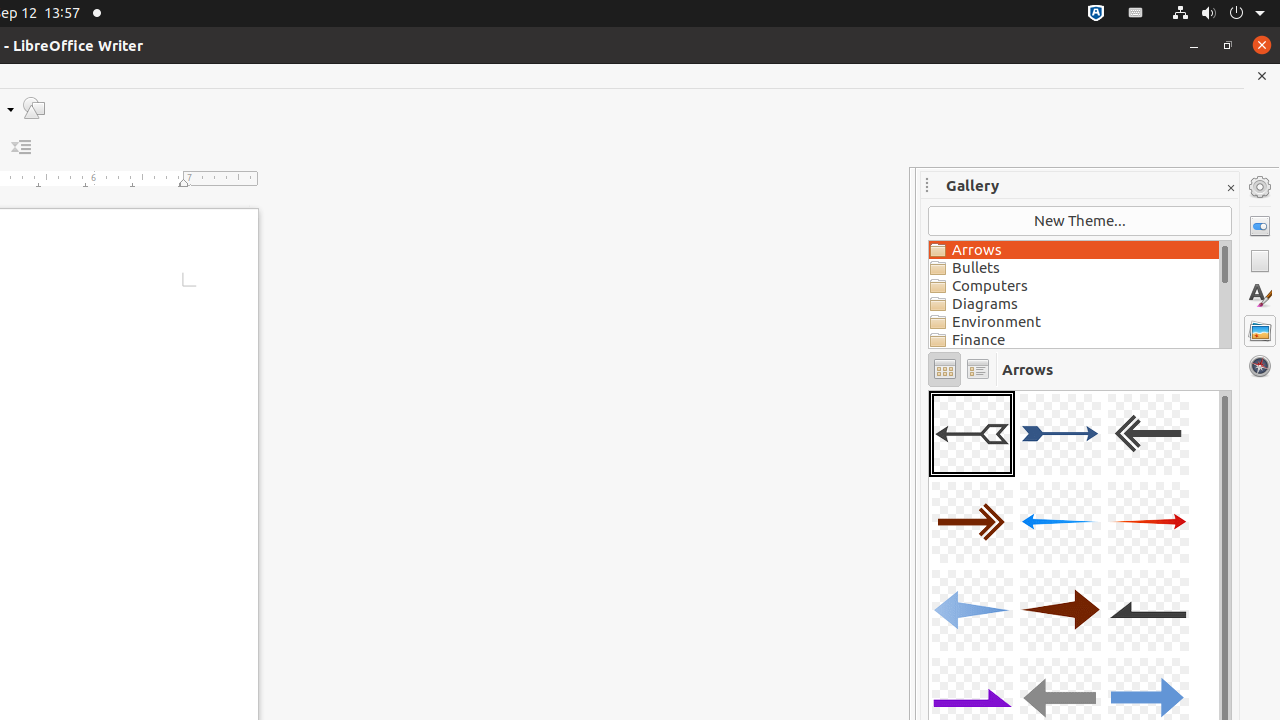 The width and height of the screenshot is (1280, 720). What do you see at coordinates (943, 369) in the screenshot?
I see `'Icon View'` at bounding box center [943, 369].